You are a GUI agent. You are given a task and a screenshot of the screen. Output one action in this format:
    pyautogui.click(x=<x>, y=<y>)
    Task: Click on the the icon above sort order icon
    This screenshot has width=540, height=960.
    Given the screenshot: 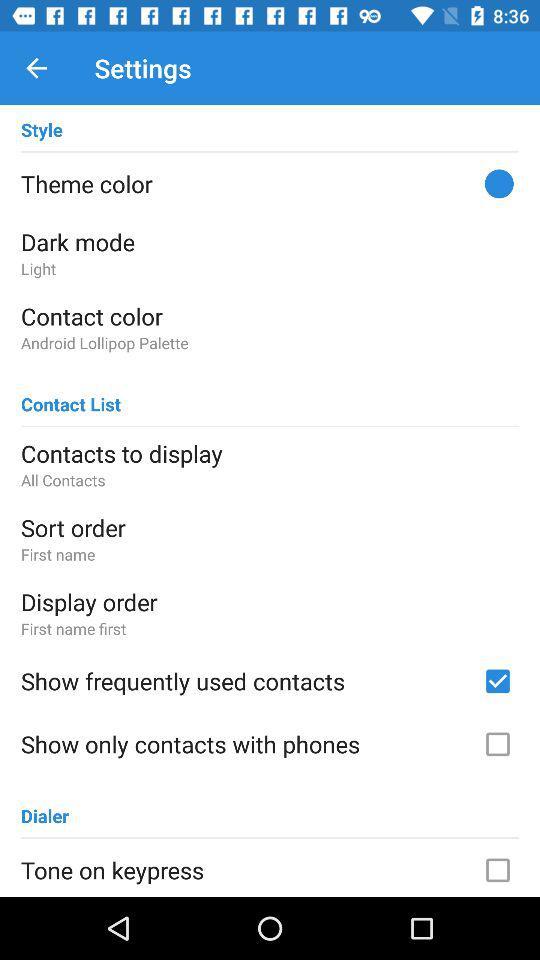 What is the action you would take?
    pyautogui.click(x=270, y=480)
    